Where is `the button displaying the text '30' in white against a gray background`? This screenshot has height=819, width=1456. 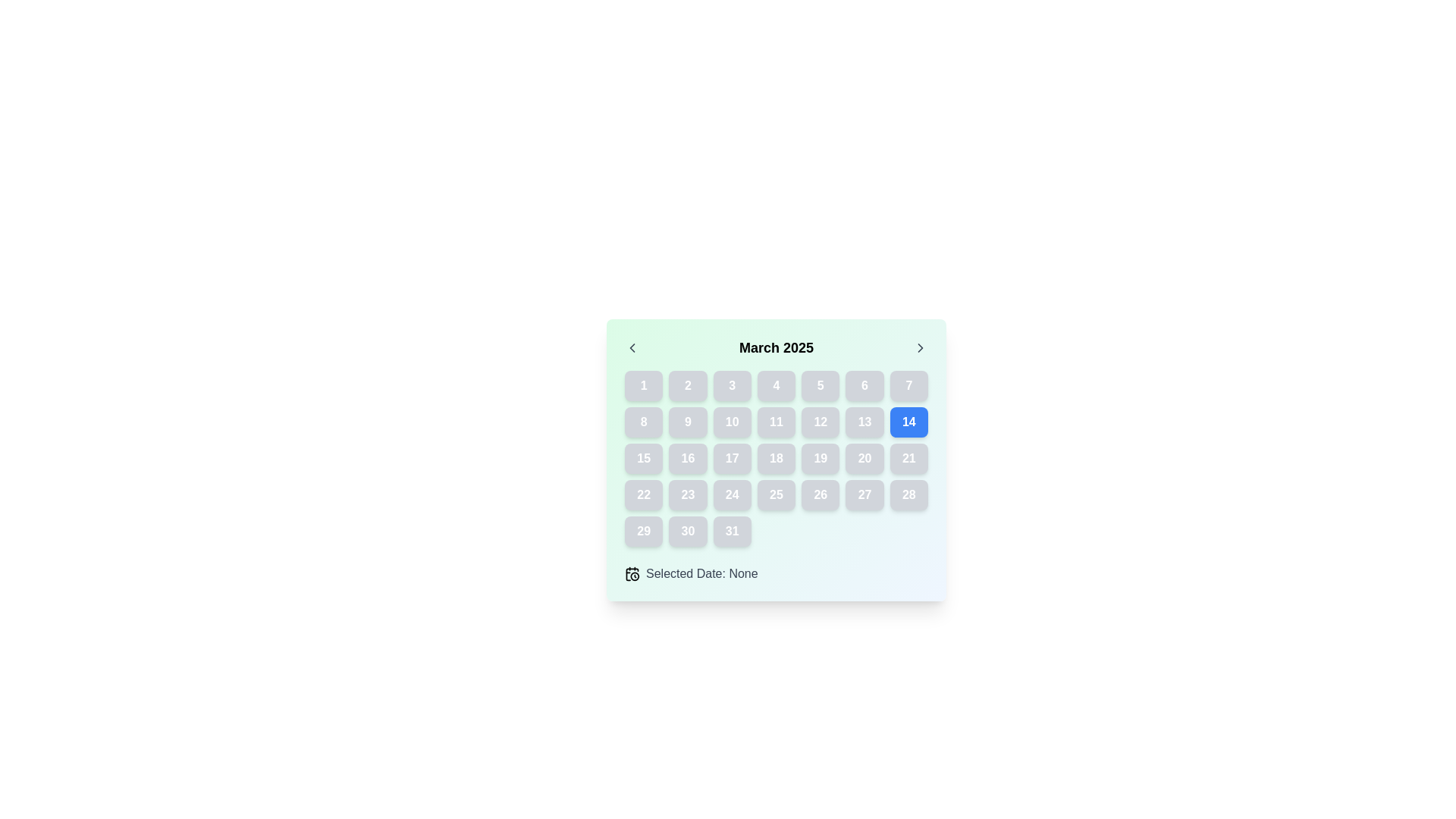 the button displaying the text '30' in white against a gray background is located at coordinates (687, 531).